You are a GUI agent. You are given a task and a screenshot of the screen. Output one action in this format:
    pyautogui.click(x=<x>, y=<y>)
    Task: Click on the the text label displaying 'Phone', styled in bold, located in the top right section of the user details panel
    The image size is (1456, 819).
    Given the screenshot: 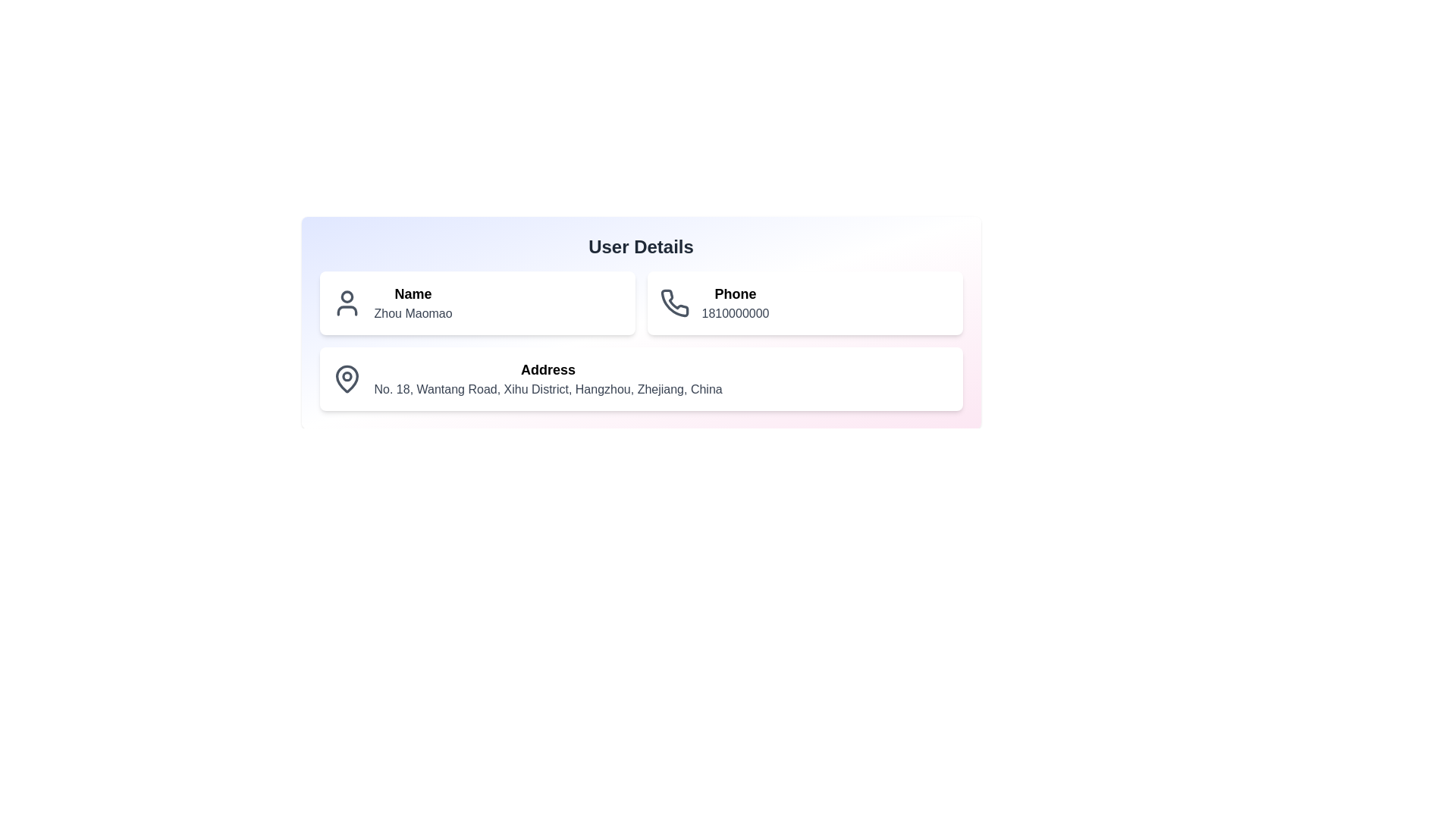 What is the action you would take?
    pyautogui.click(x=735, y=294)
    